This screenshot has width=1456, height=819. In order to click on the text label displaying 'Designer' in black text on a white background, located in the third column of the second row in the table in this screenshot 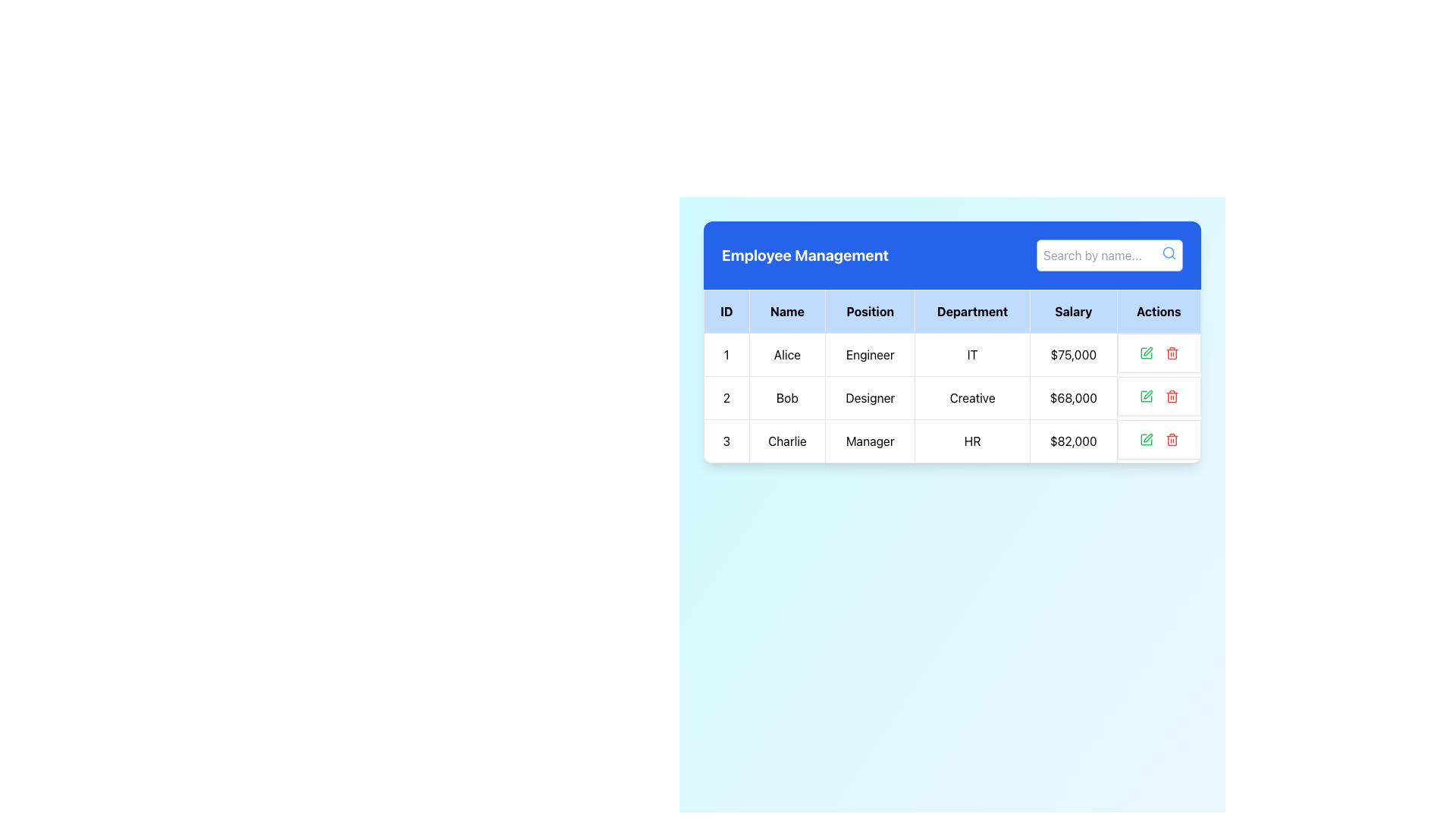, I will do `click(870, 397)`.